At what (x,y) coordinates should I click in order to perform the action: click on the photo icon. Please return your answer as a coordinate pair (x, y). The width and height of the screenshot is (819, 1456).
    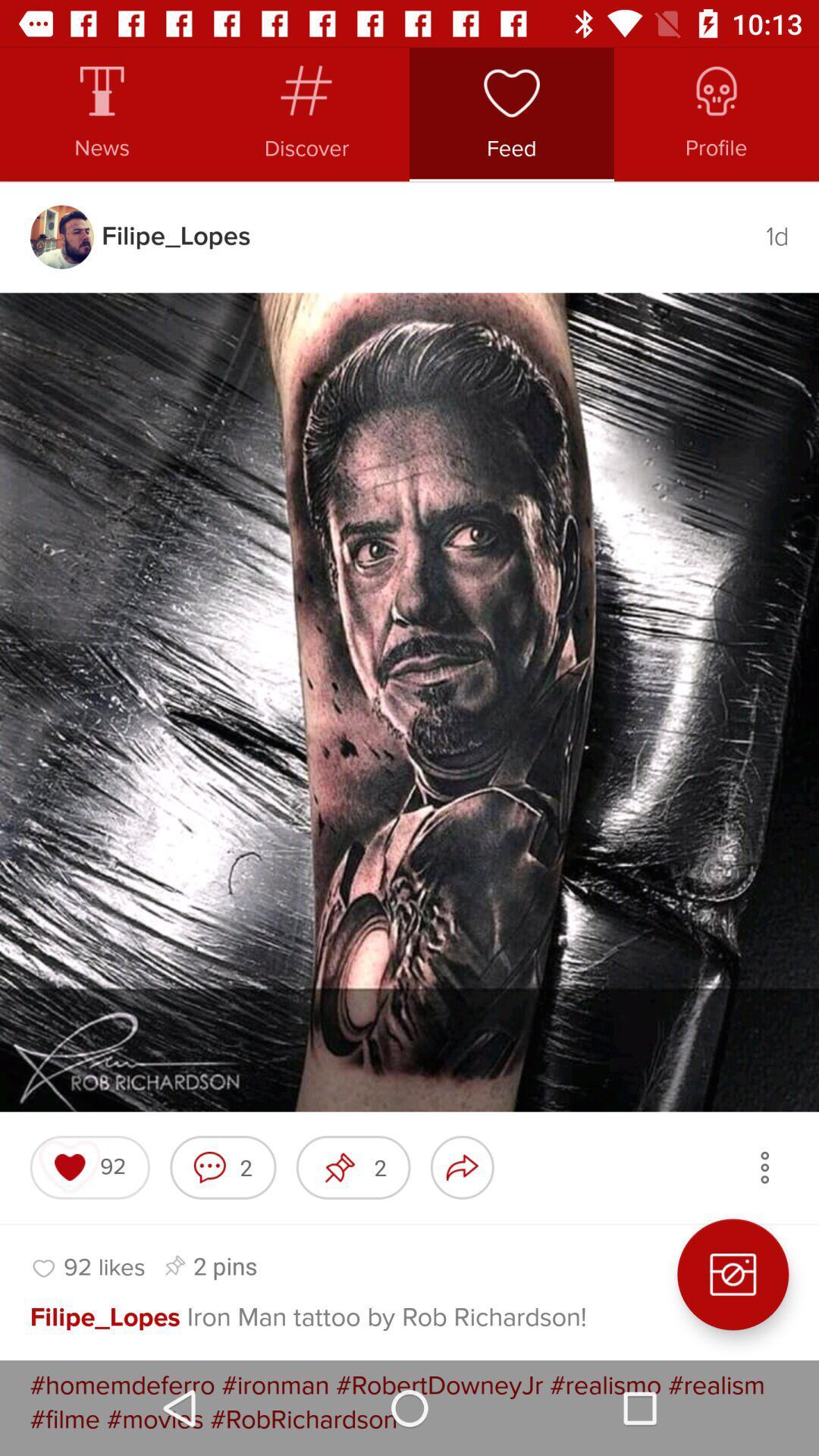
    Looking at the image, I should click on (732, 1274).